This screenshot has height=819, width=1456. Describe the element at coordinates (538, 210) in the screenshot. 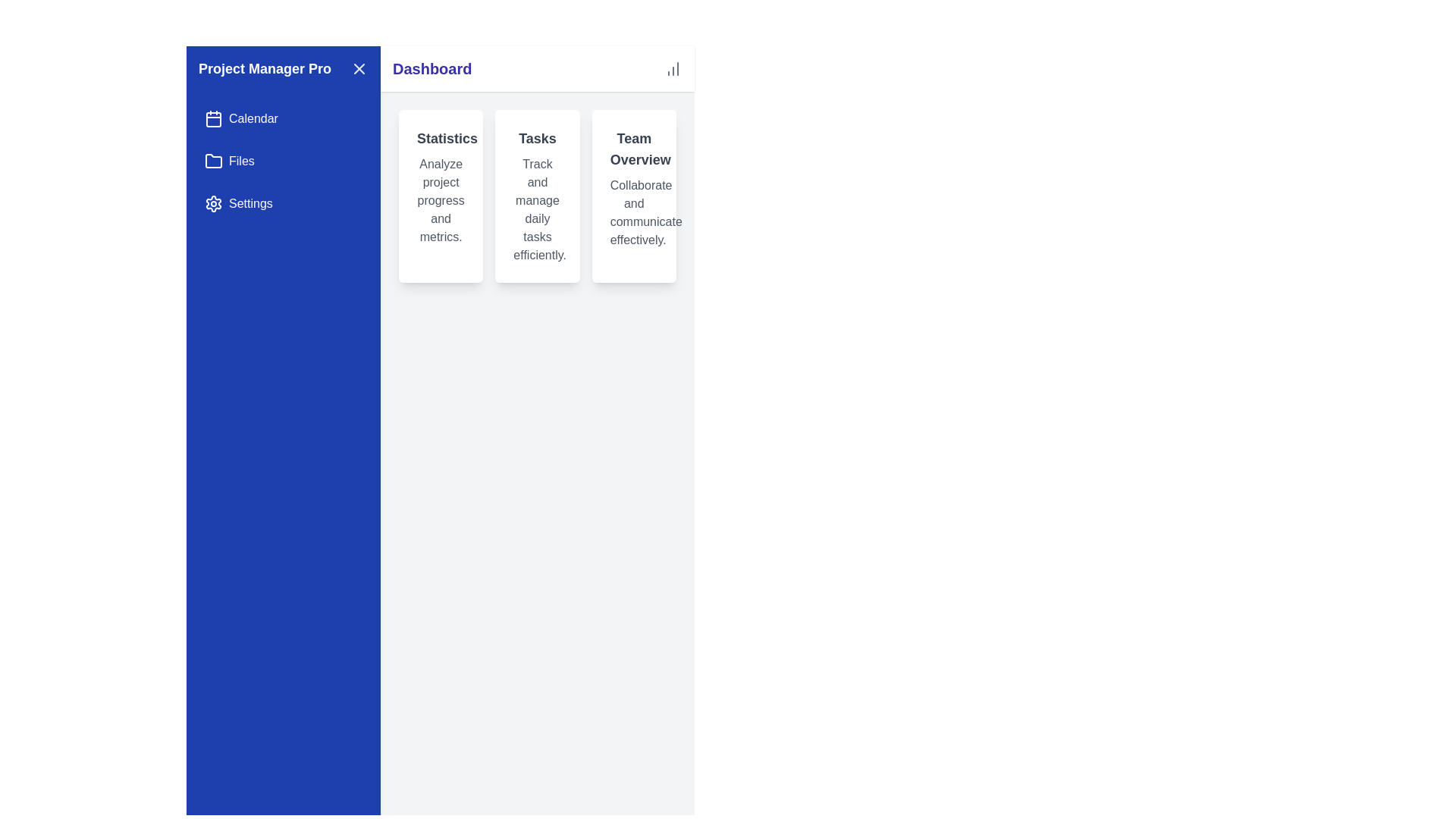

I see `the text block displaying the phrase 'Track and manage daily tasks efficiently.' which is located within the 'Tasks' card, positioned between the 'Statistics' and 'Team Overview' cards` at that location.